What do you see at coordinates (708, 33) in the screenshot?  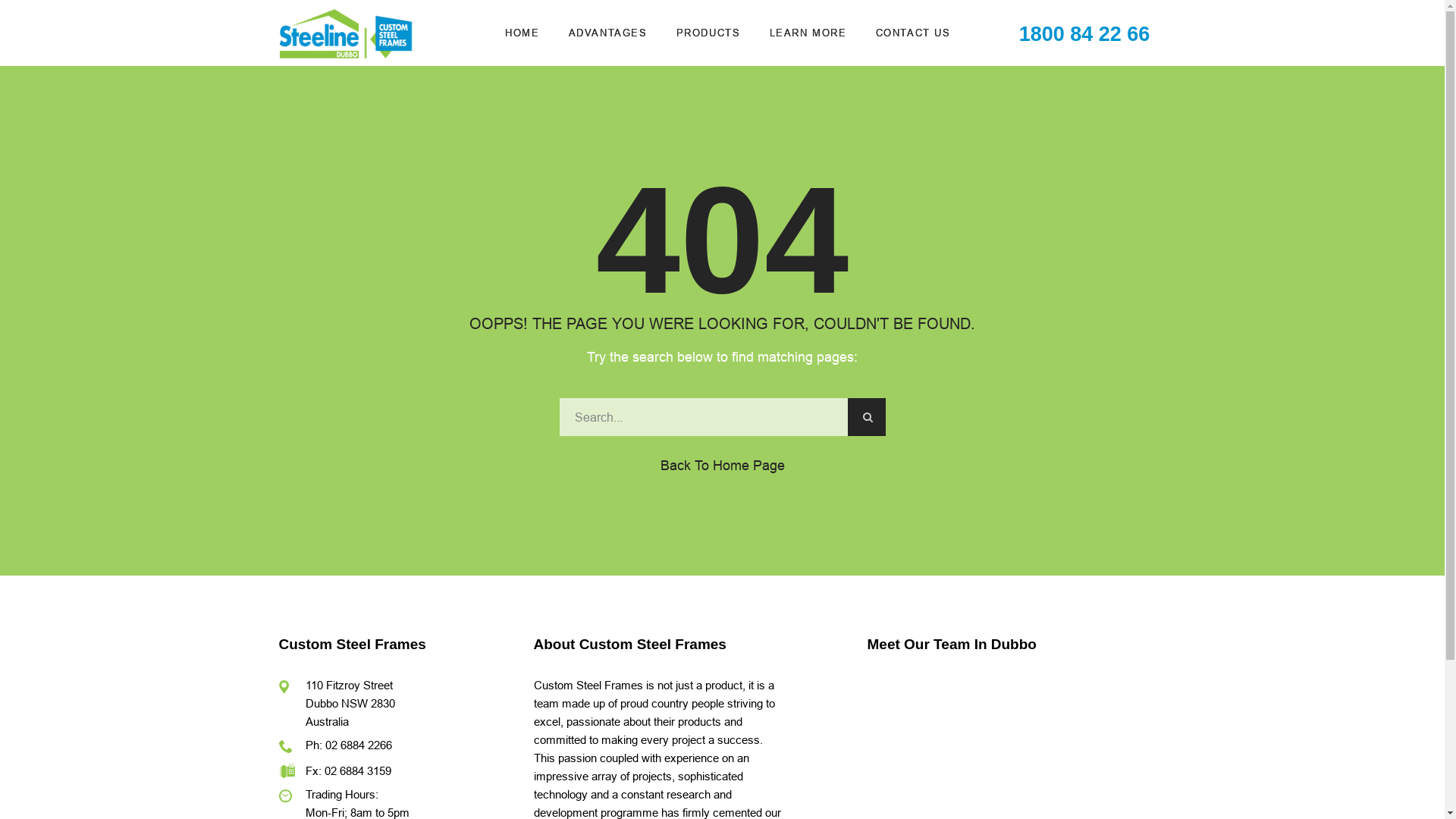 I see `'PRODUCTS'` at bounding box center [708, 33].